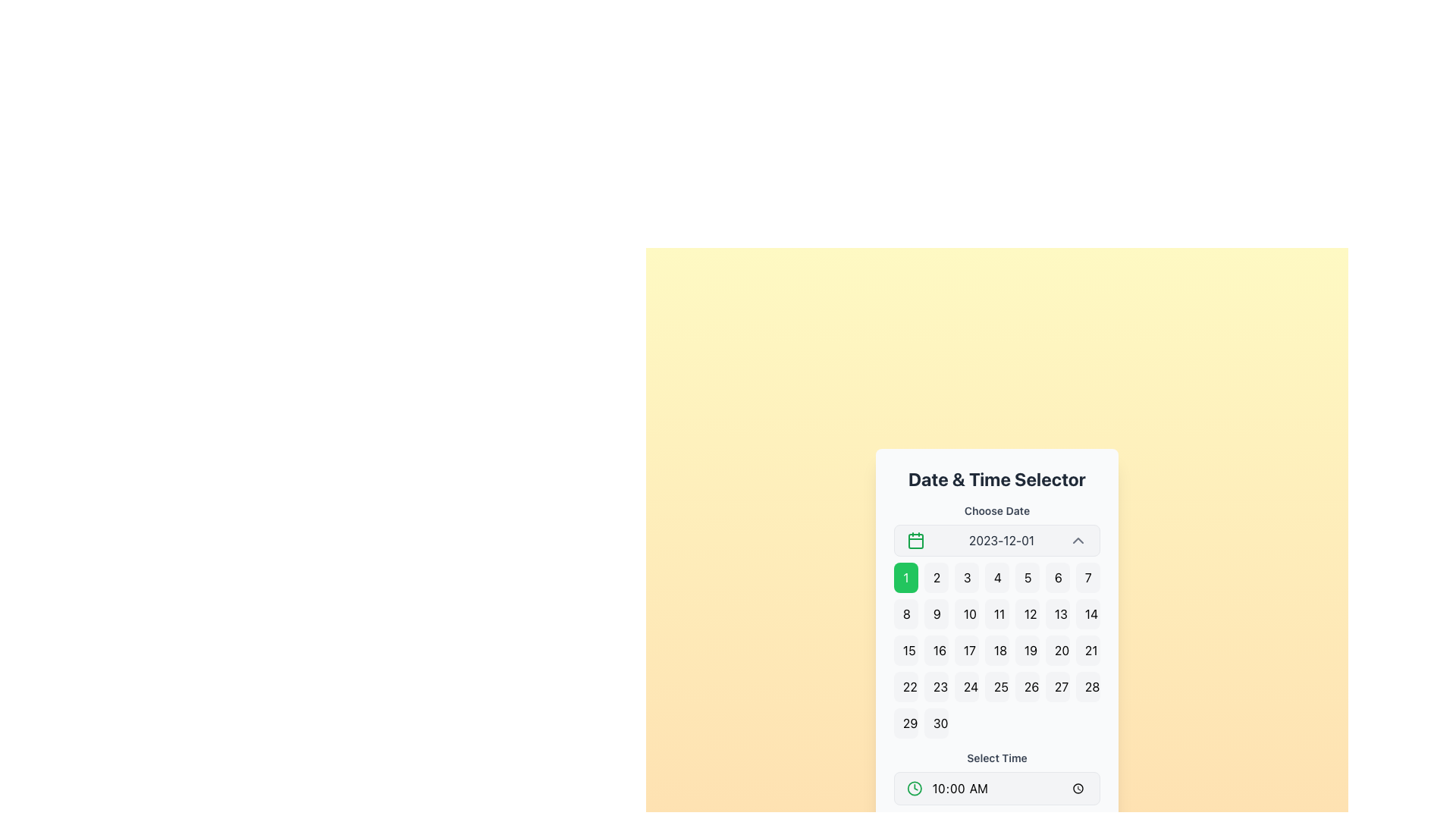 Image resolution: width=1456 pixels, height=819 pixels. What do you see at coordinates (935, 722) in the screenshot?
I see `the rounded rectangular button displaying the number '30' in the date selection interface` at bounding box center [935, 722].